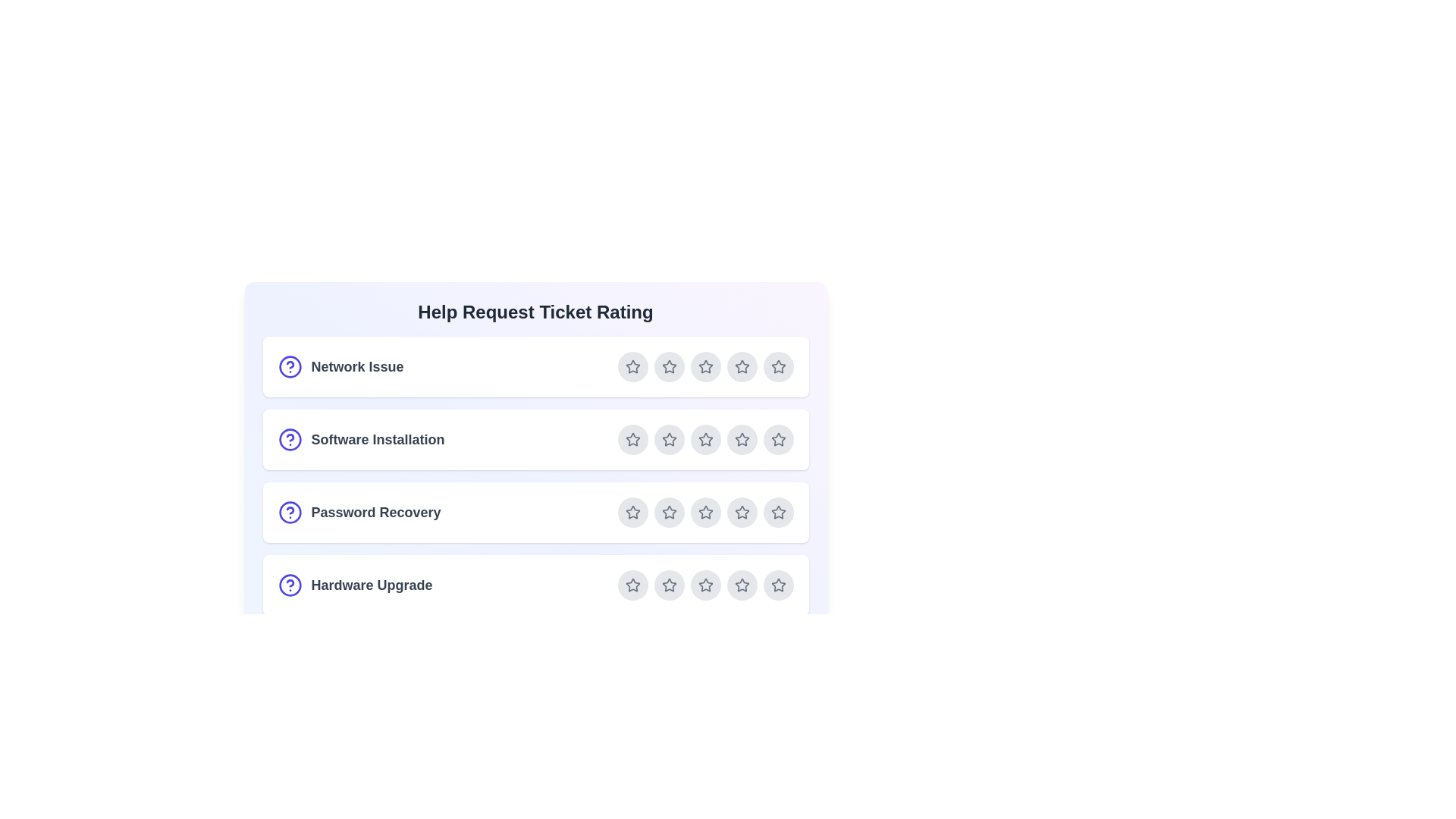 The width and height of the screenshot is (1456, 819). What do you see at coordinates (704, 584) in the screenshot?
I see `the star corresponding to 3 for the ticket Hardware Upgrade` at bounding box center [704, 584].